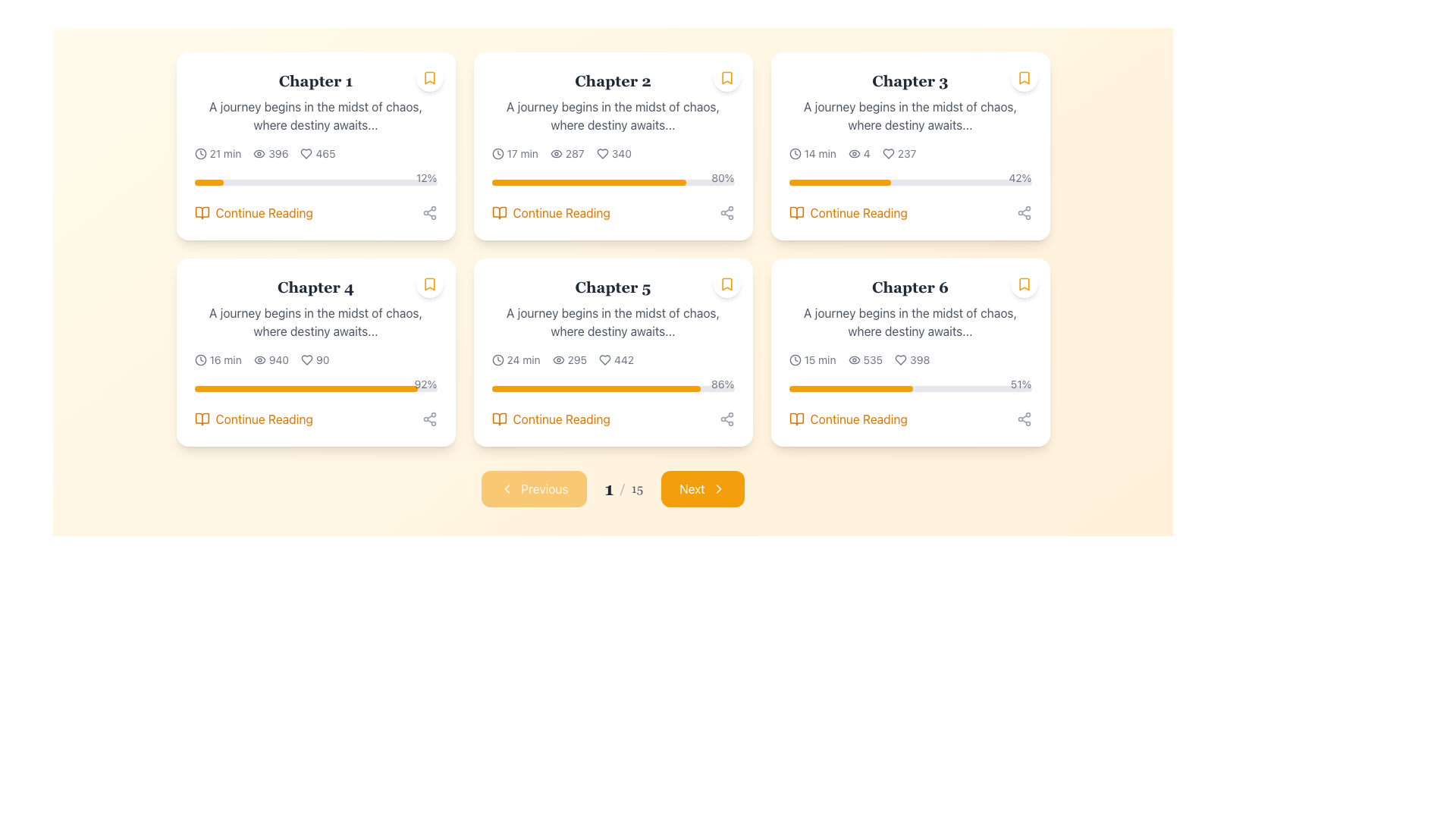 Image resolution: width=1456 pixels, height=819 pixels. What do you see at coordinates (428, 78) in the screenshot?
I see `the bookmark icon button with an orange outline located in the top-right corner of the 'Chapter 1' card for additional actions if configured` at bounding box center [428, 78].